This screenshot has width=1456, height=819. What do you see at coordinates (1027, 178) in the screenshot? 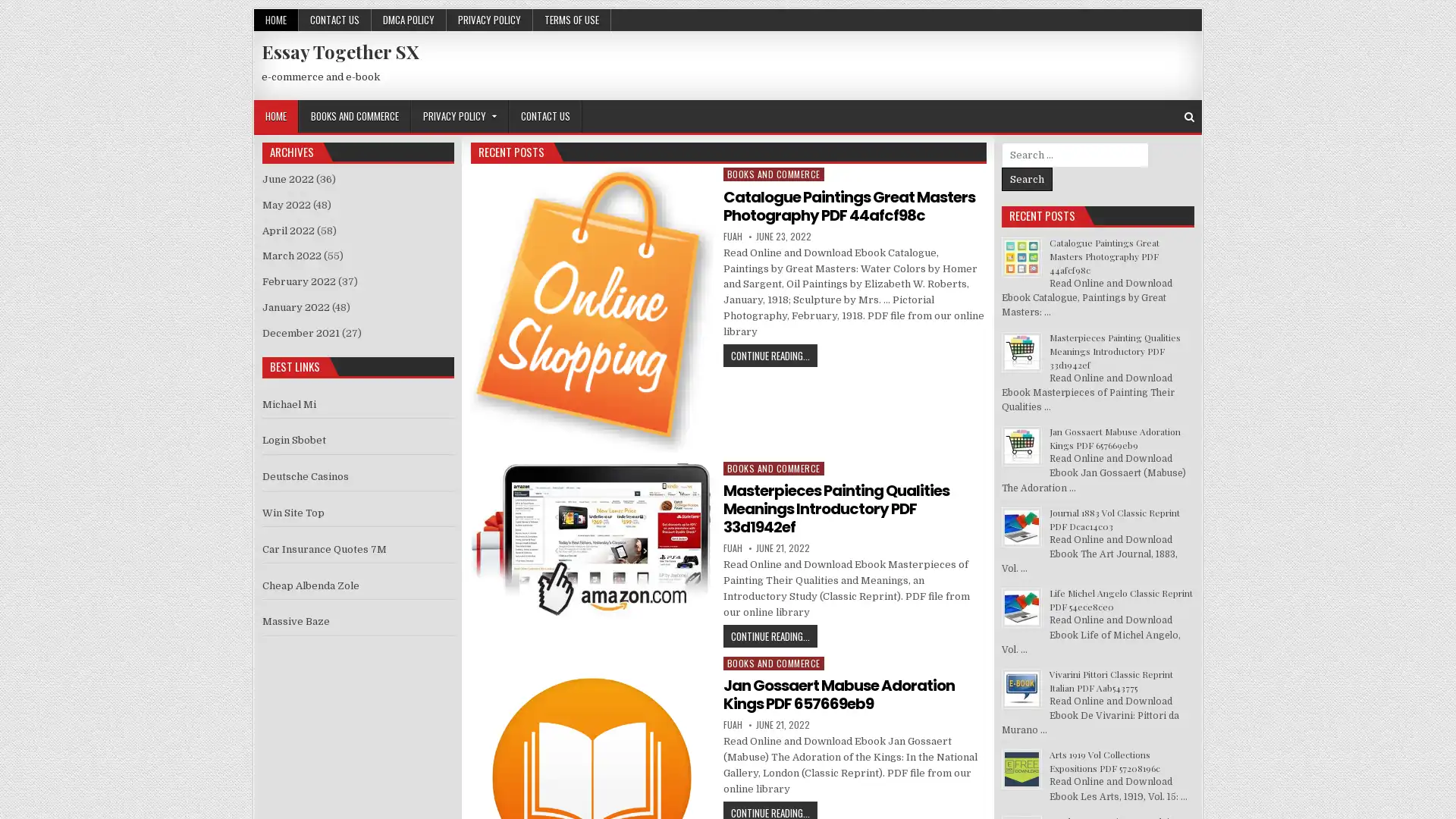
I see `Search` at bounding box center [1027, 178].